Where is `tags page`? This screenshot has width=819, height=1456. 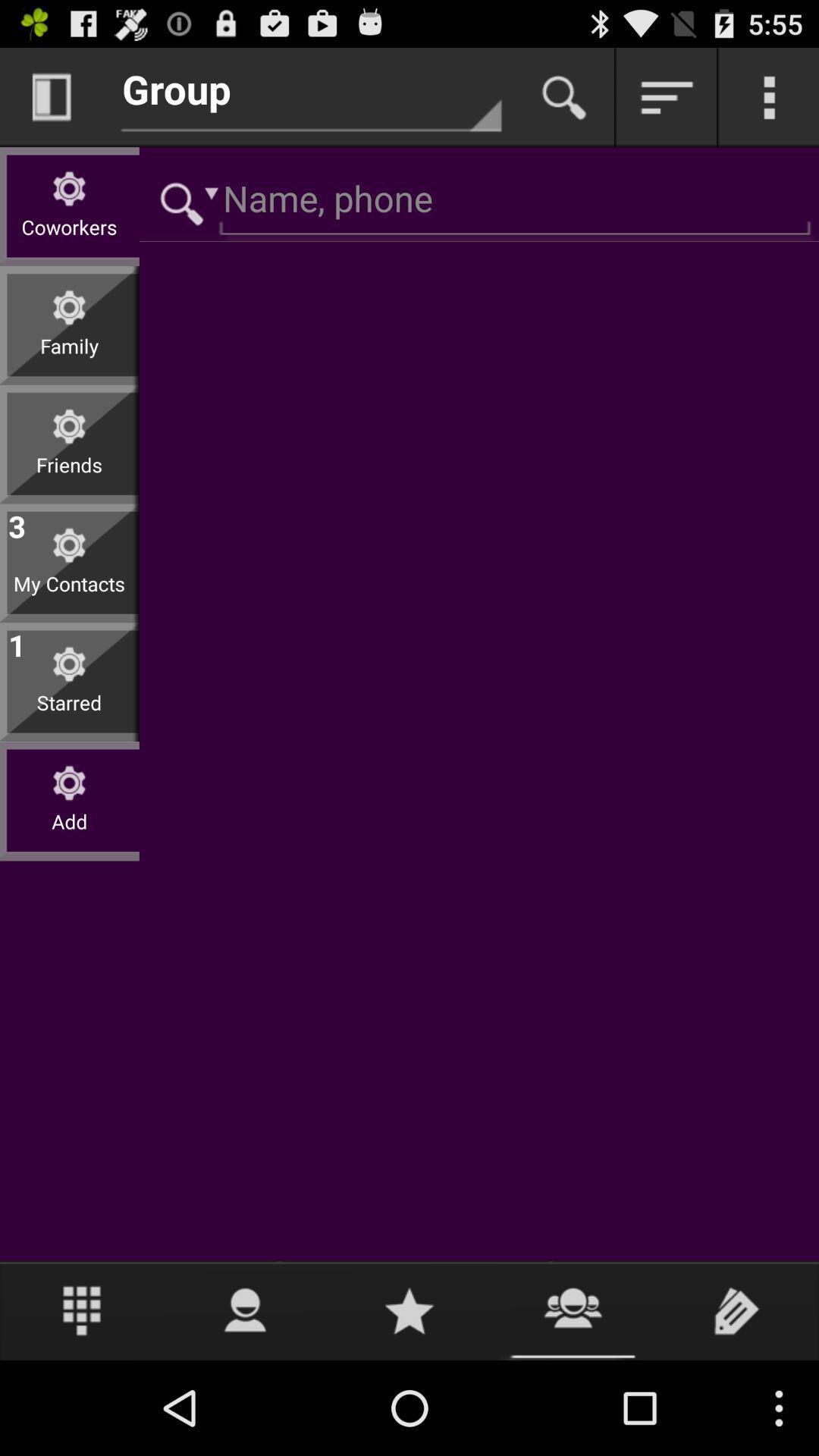 tags page is located at coordinates (736, 1310).